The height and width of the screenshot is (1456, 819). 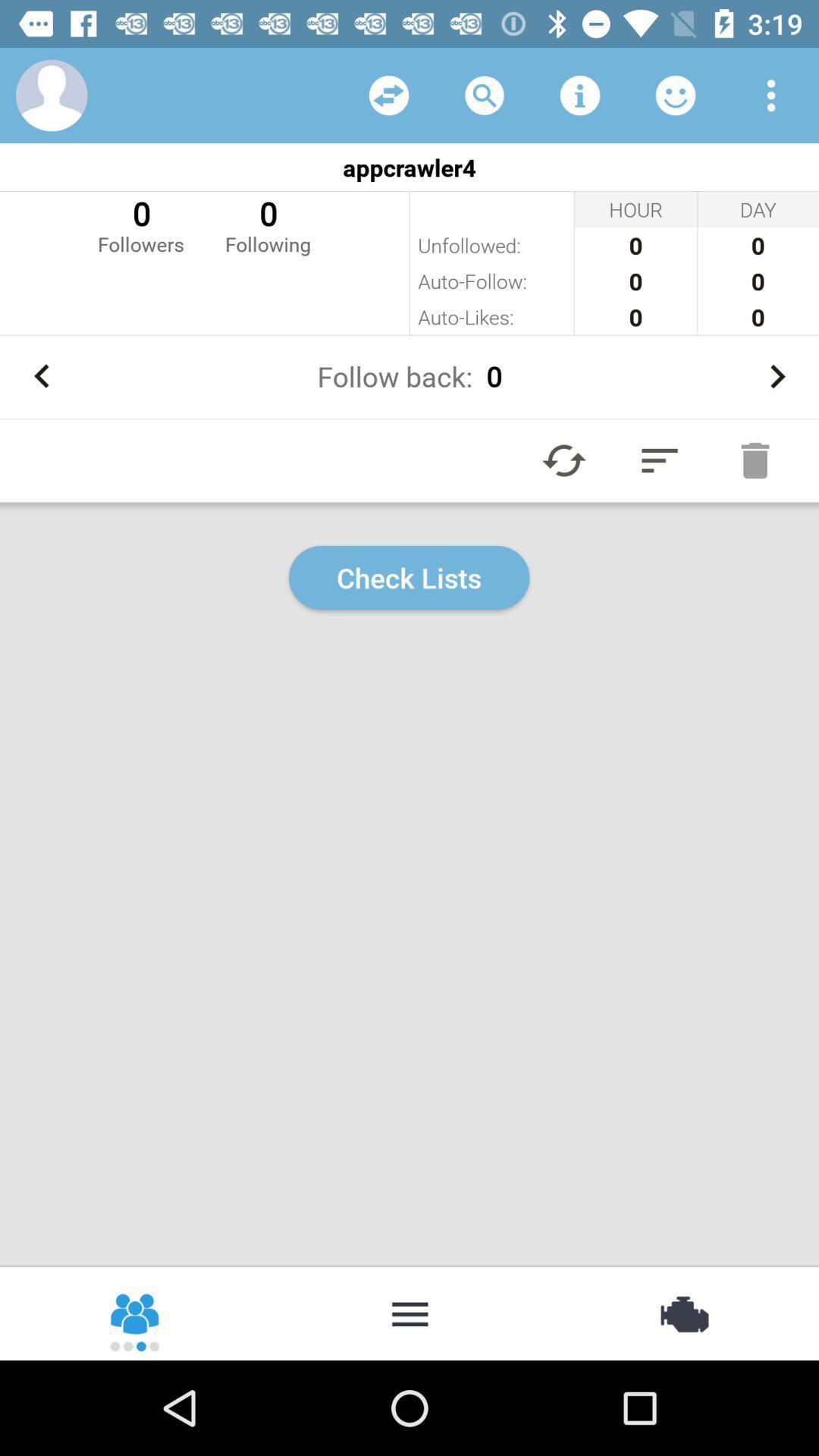 I want to click on the check lists icon, so click(x=408, y=577).